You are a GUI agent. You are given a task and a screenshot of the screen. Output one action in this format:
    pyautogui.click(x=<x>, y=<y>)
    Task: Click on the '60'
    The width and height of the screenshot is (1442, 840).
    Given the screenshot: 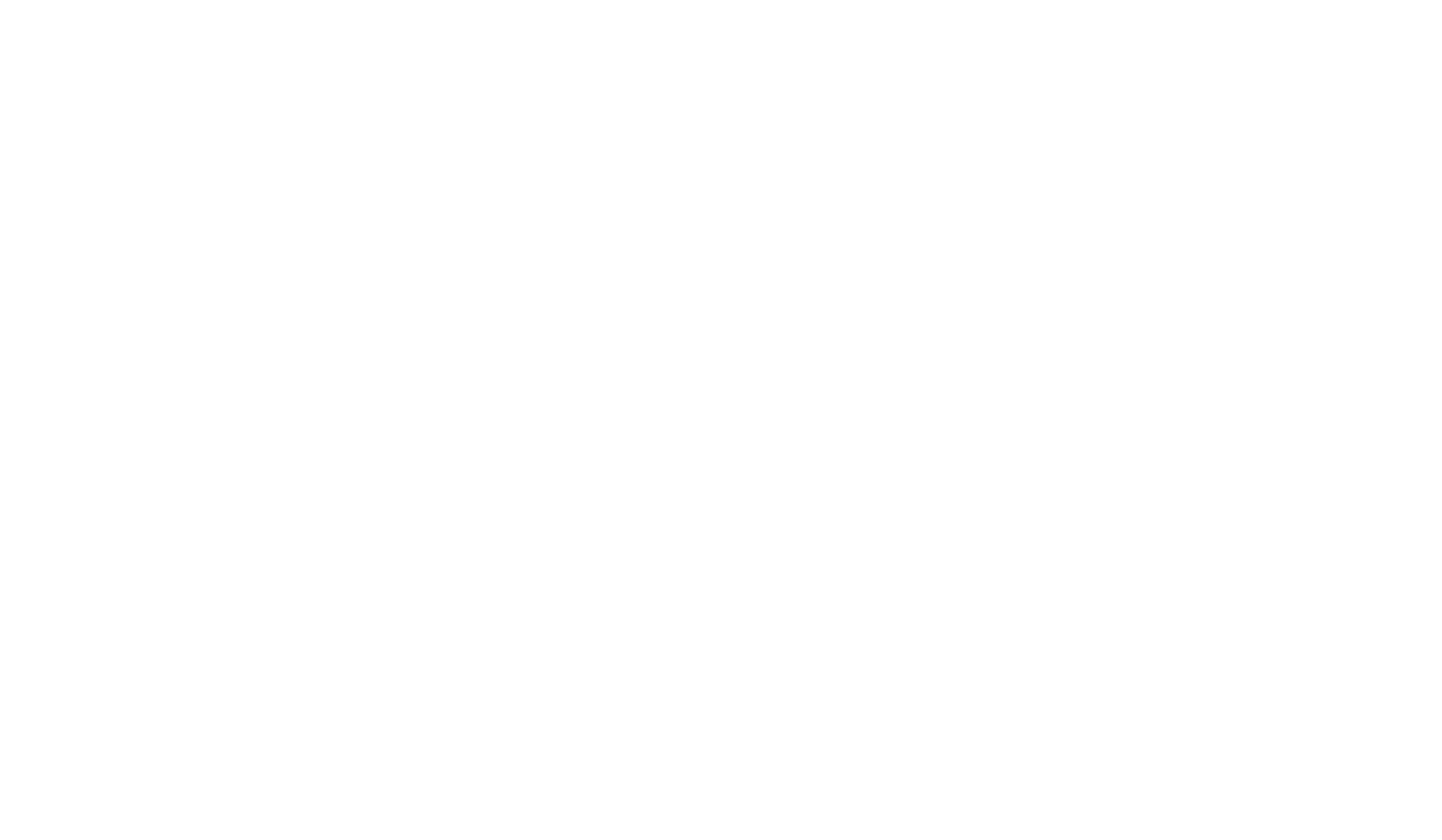 What is the action you would take?
    pyautogui.click(x=692, y=726)
    